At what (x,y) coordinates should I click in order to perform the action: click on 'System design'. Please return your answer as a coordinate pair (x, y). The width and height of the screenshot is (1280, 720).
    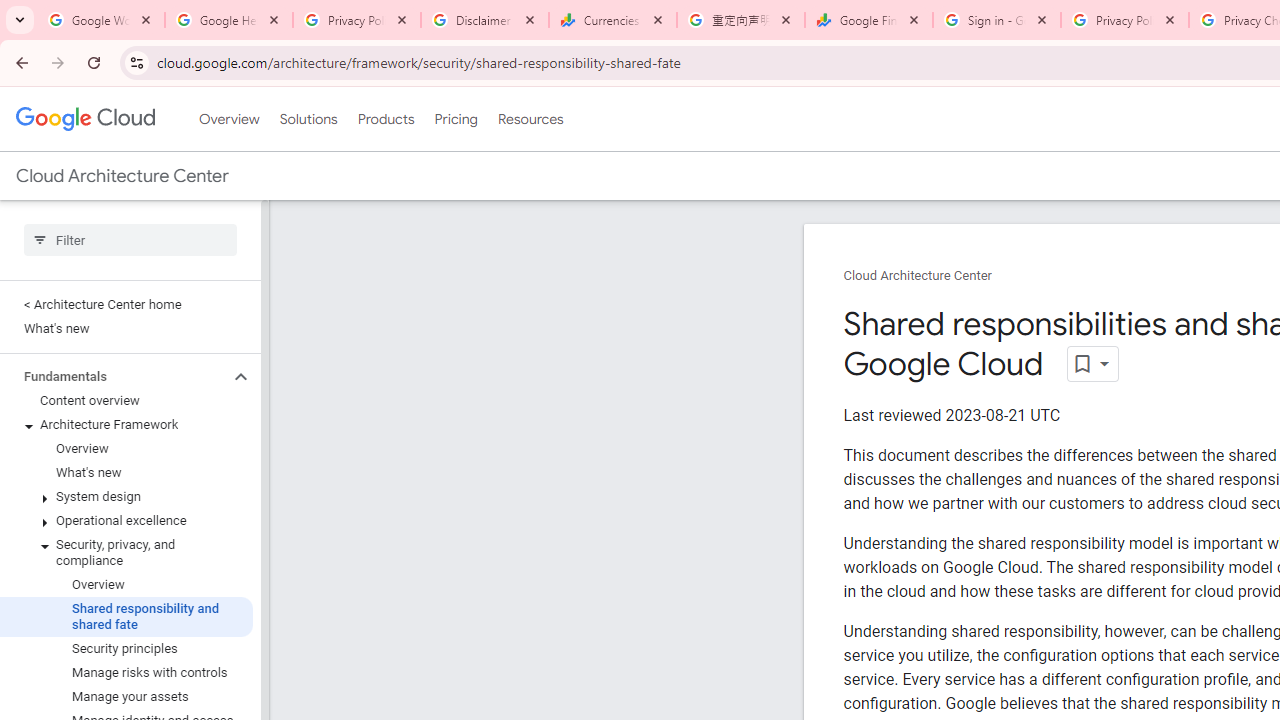
    Looking at the image, I should click on (125, 496).